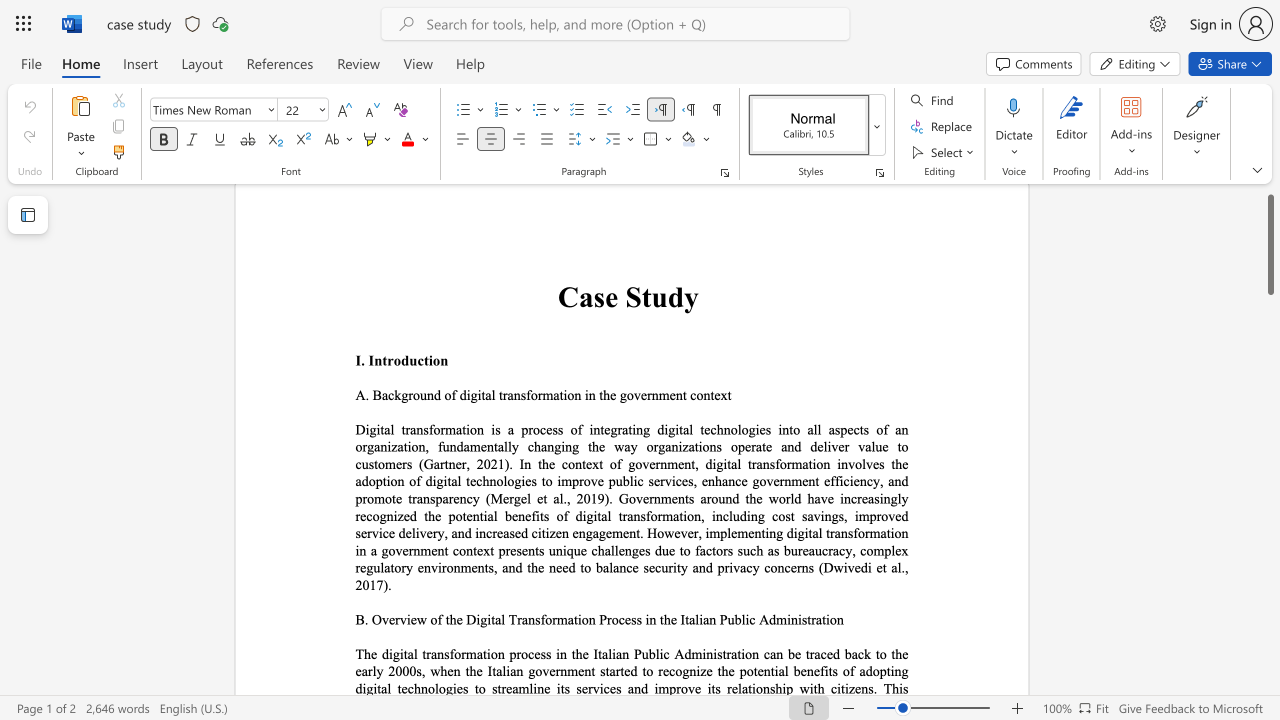  Describe the element at coordinates (1269, 243) in the screenshot. I see `the scrollbar and move down 840 pixels` at that location.